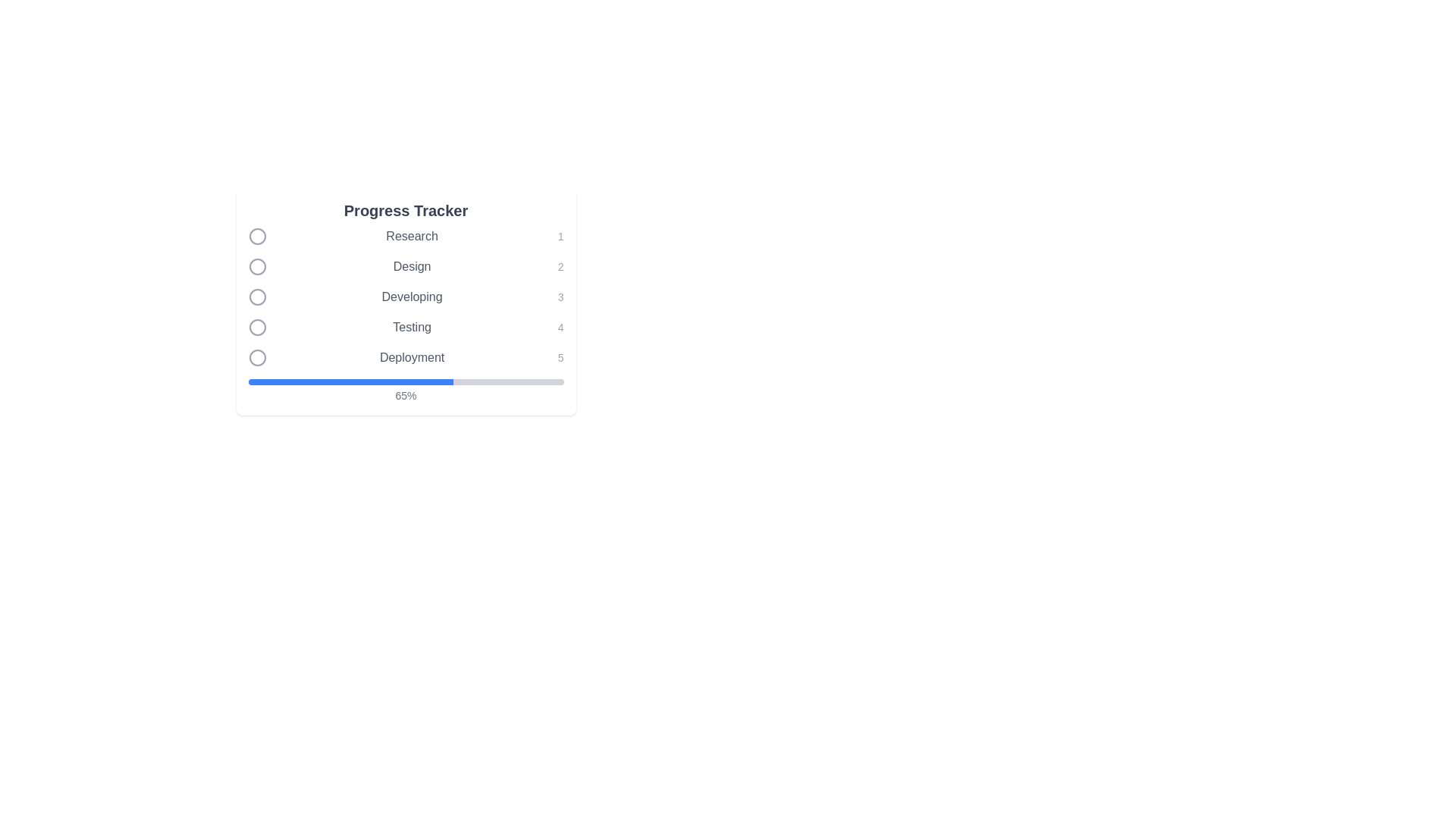  I want to click on the second row of the vertical progress tracker, which features a circular icon, the text 'Design' in the center, and the number '2' on the right, so click(406, 265).